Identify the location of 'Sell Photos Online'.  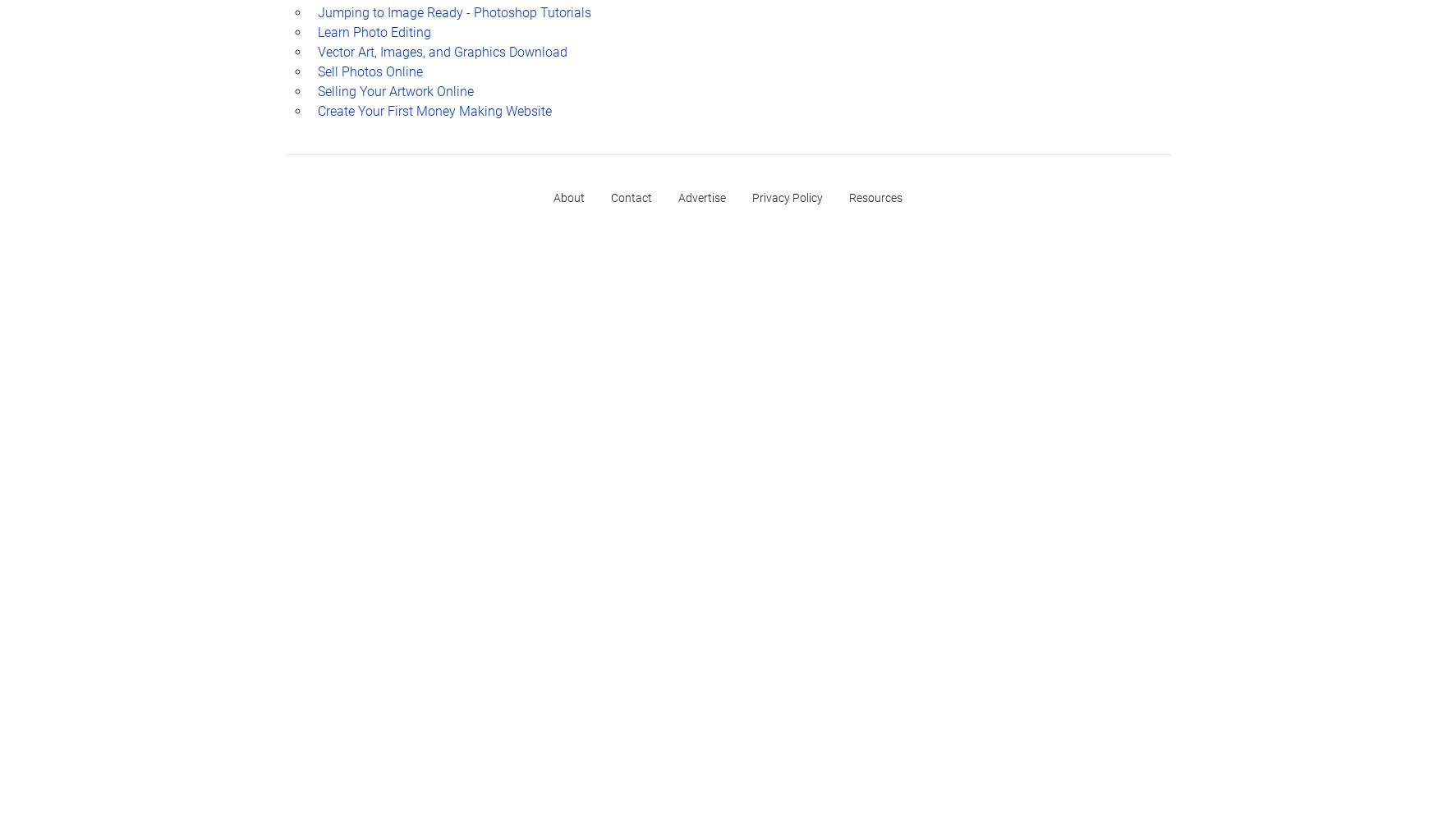
(368, 70).